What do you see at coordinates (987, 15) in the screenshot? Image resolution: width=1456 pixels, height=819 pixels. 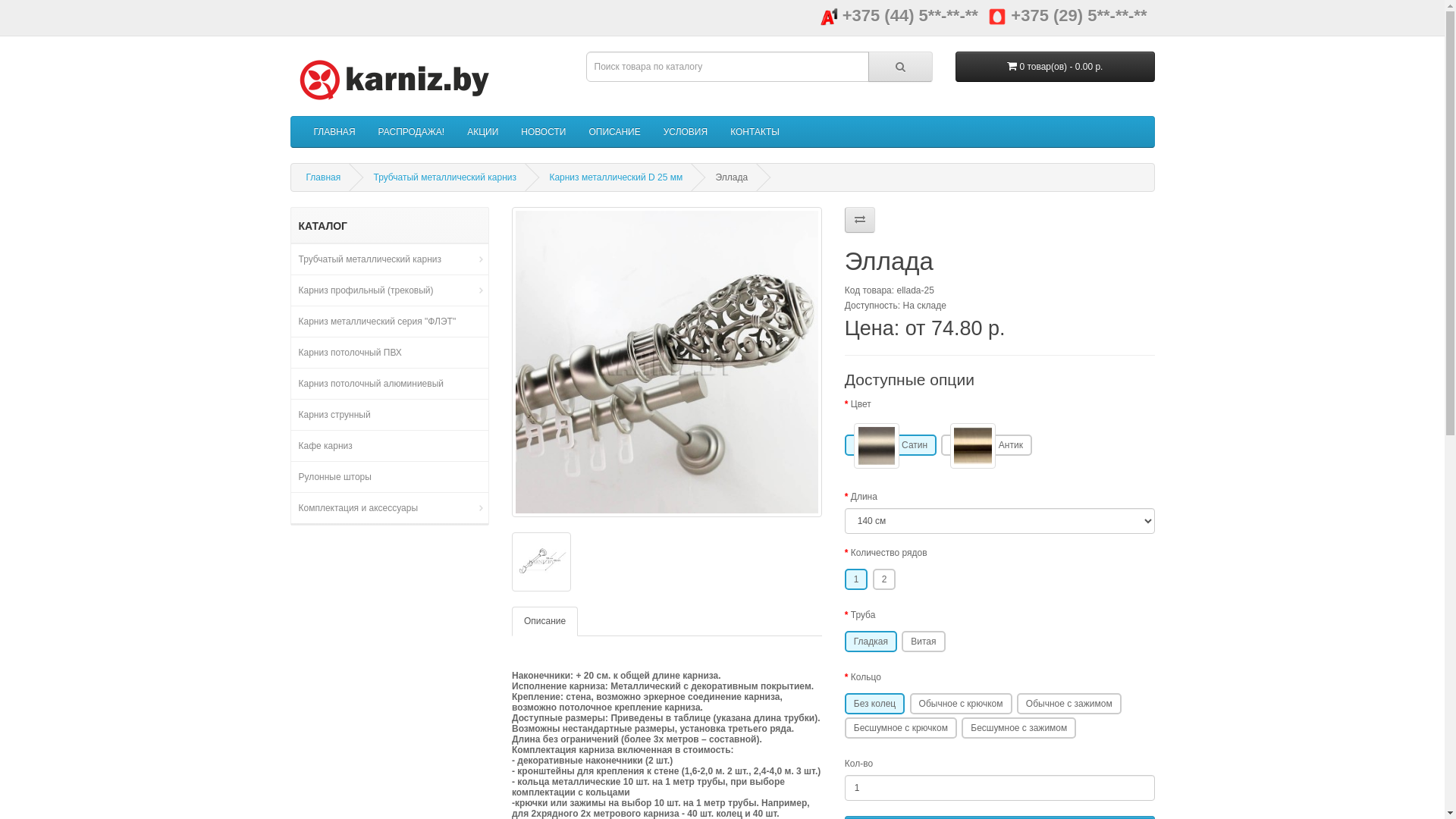 I see `'+375 (29) 5**-**-**'` at bounding box center [987, 15].